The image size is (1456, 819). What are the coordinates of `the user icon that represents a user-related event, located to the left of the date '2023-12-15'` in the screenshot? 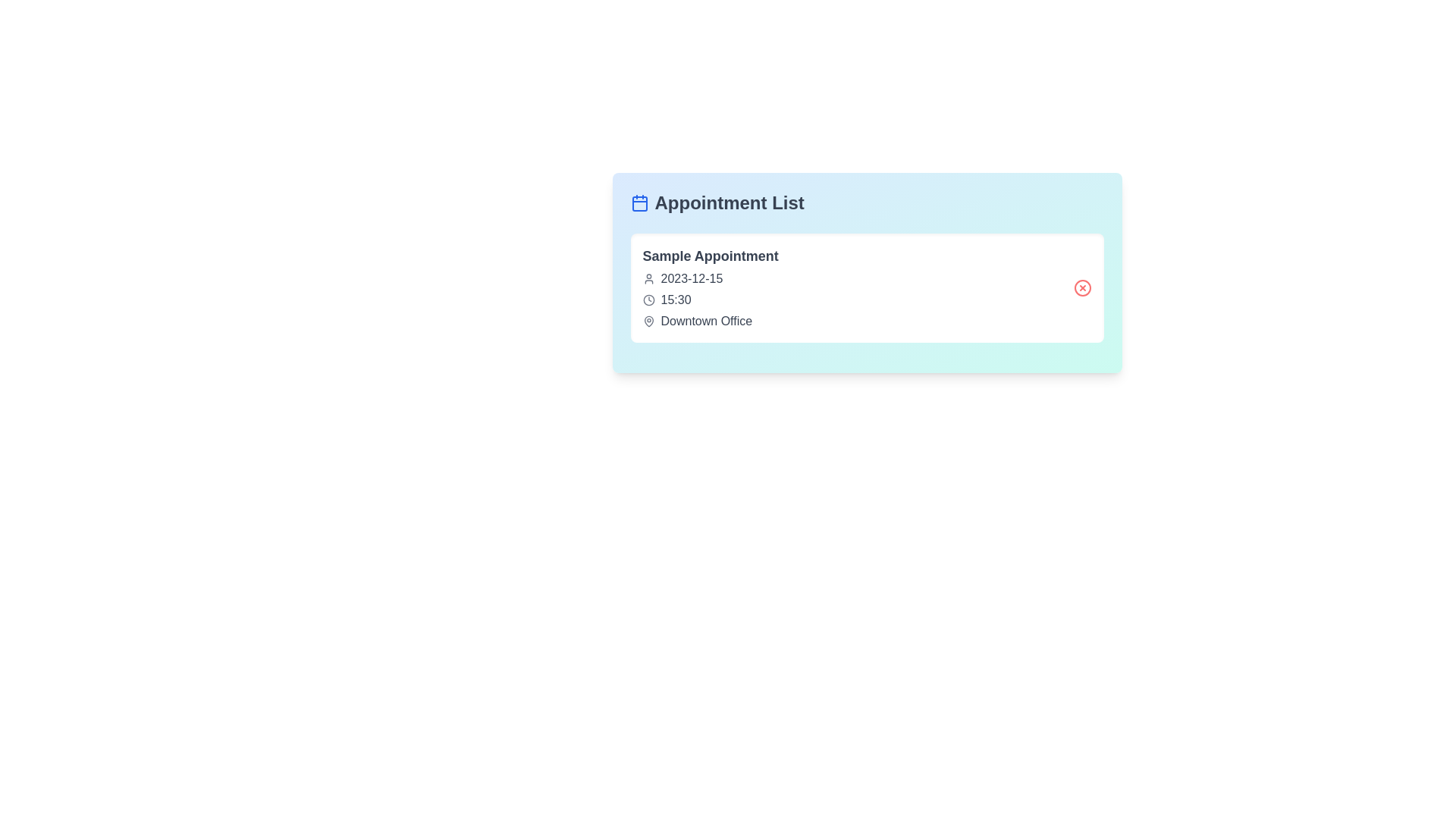 It's located at (648, 278).